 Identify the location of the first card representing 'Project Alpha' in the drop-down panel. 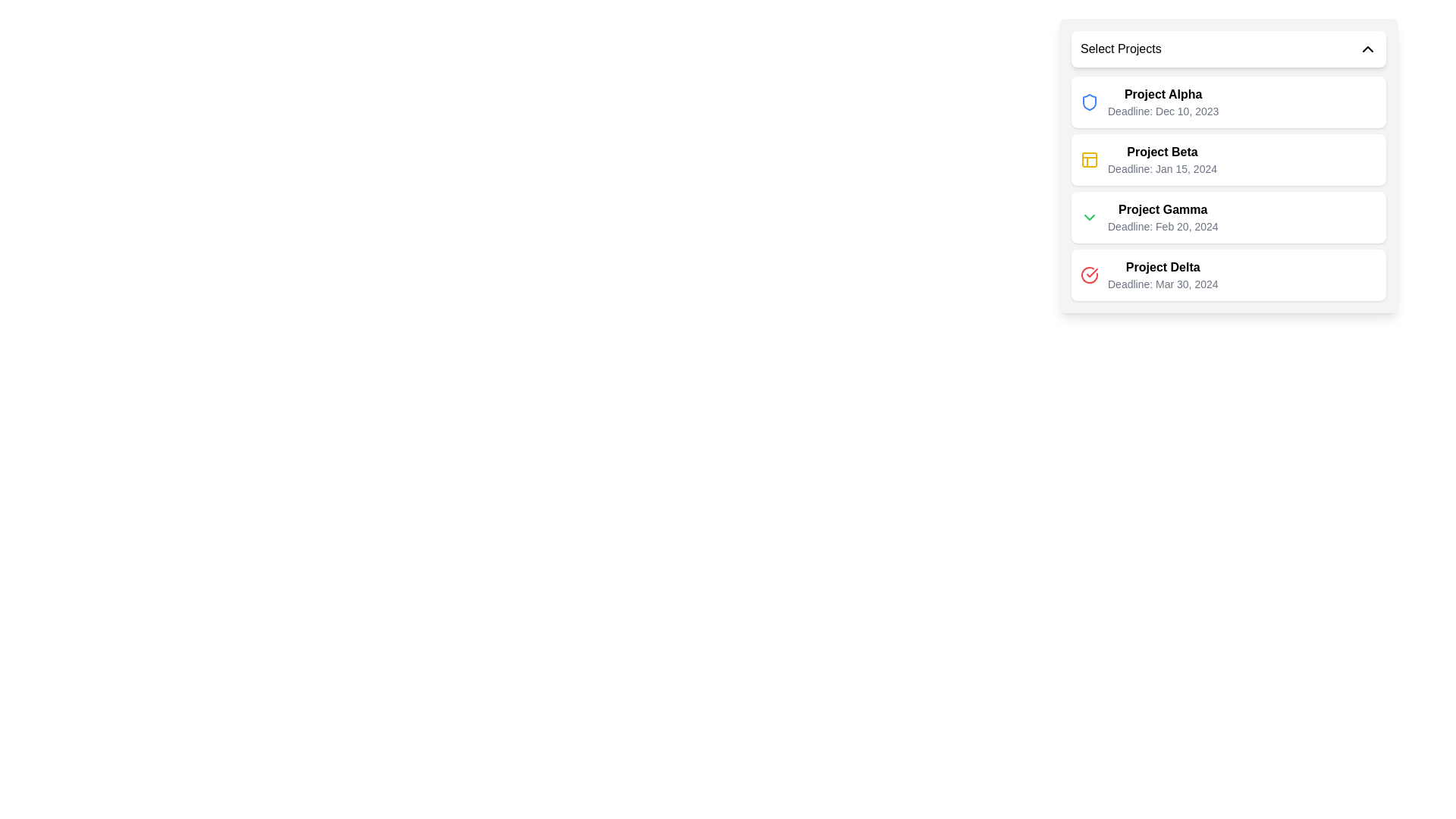
(1228, 102).